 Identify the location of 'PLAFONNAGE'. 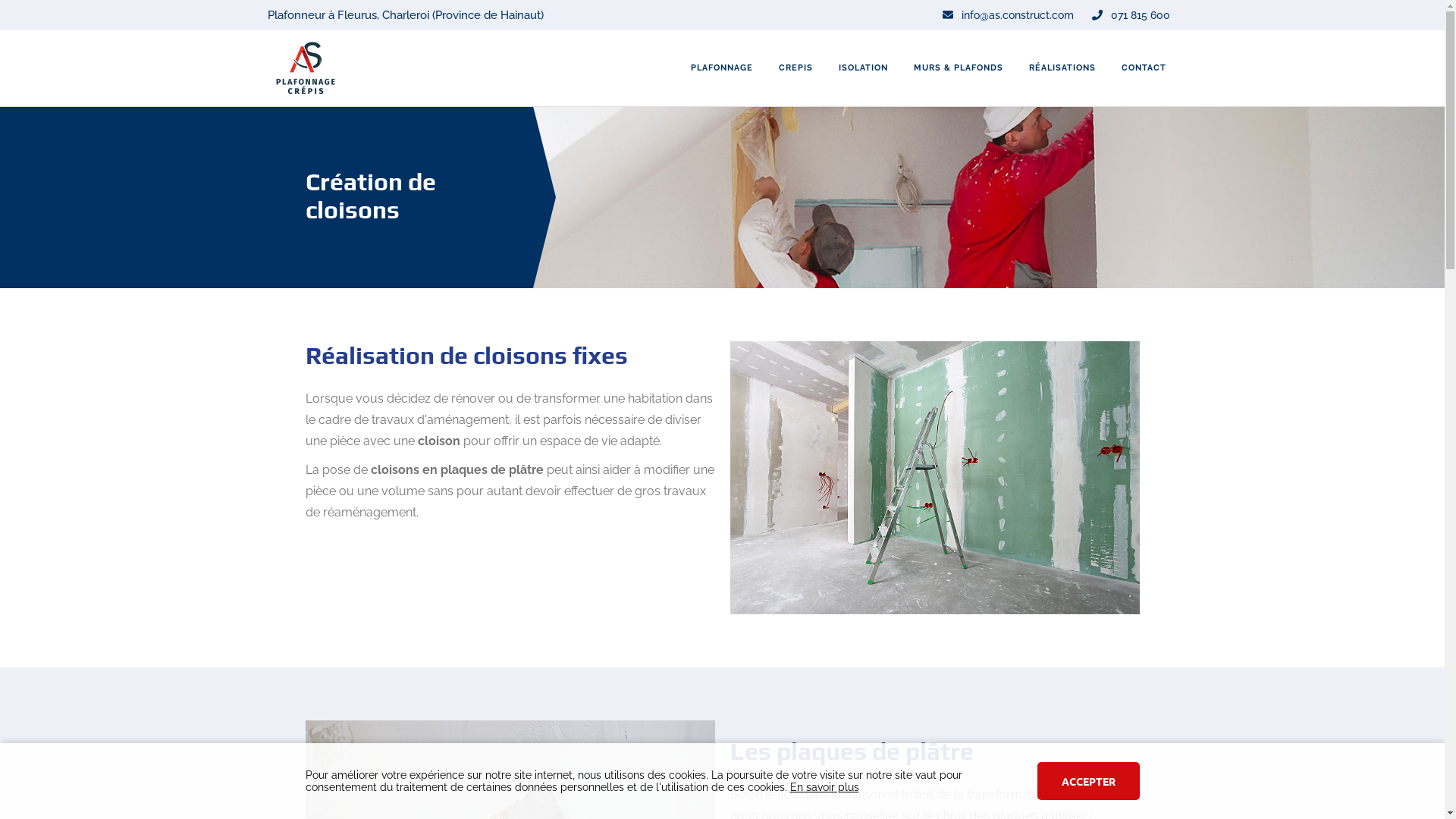
(720, 67).